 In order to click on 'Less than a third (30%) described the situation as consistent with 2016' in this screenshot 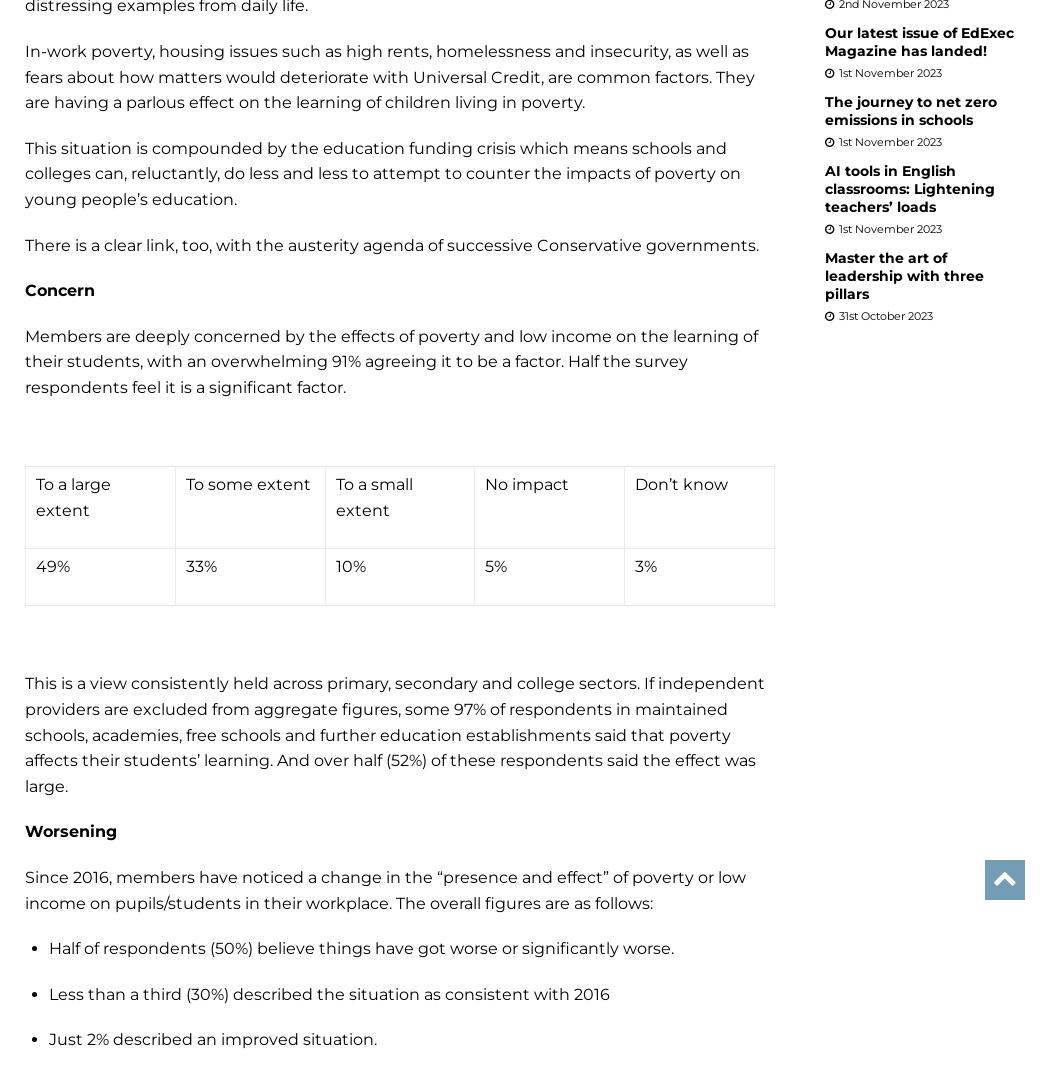, I will do `click(329, 992)`.